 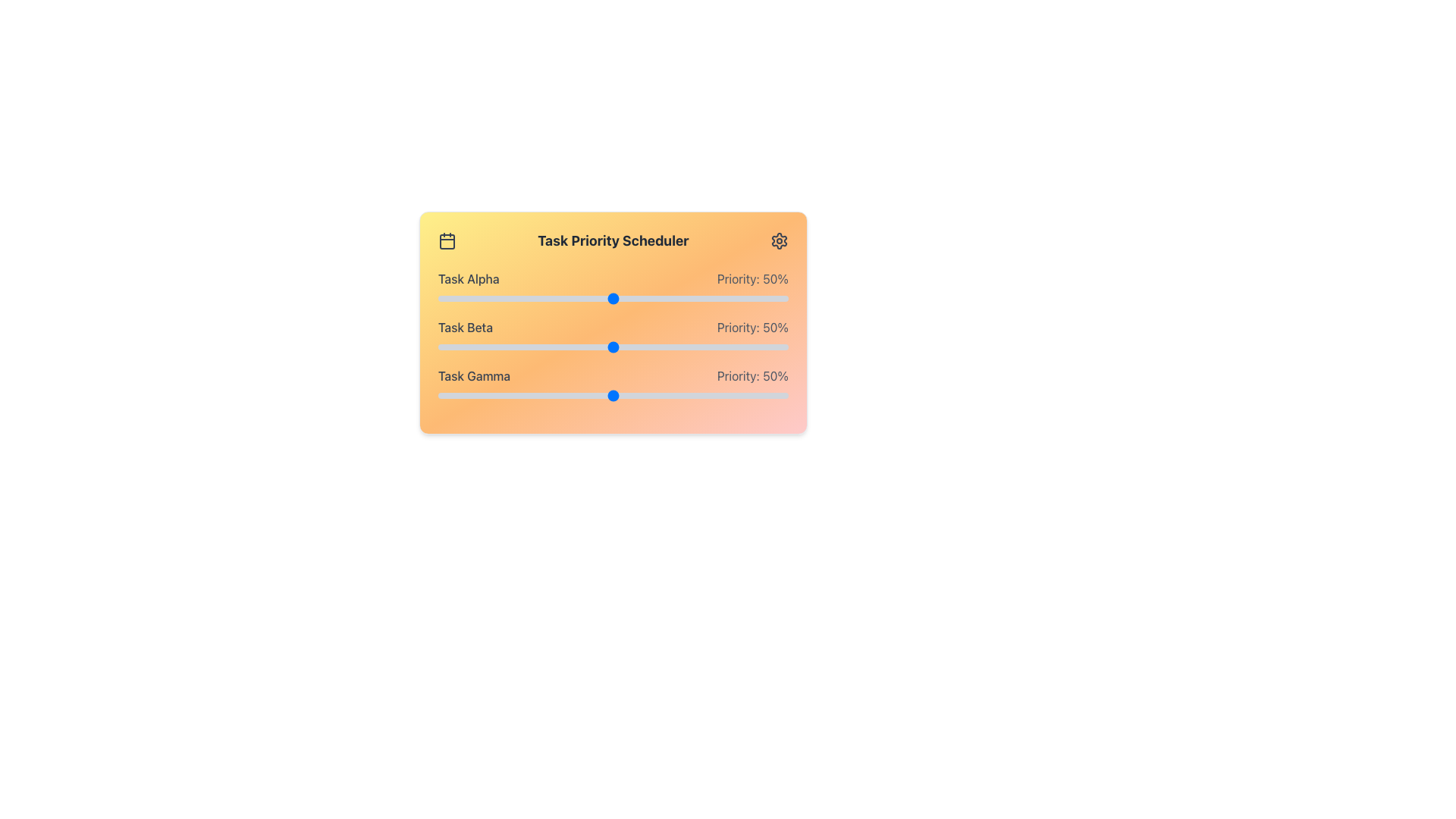 What do you see at coordinates (462, 298) in the screenshot?
I see `task priority` at bounding box center [462, 298].